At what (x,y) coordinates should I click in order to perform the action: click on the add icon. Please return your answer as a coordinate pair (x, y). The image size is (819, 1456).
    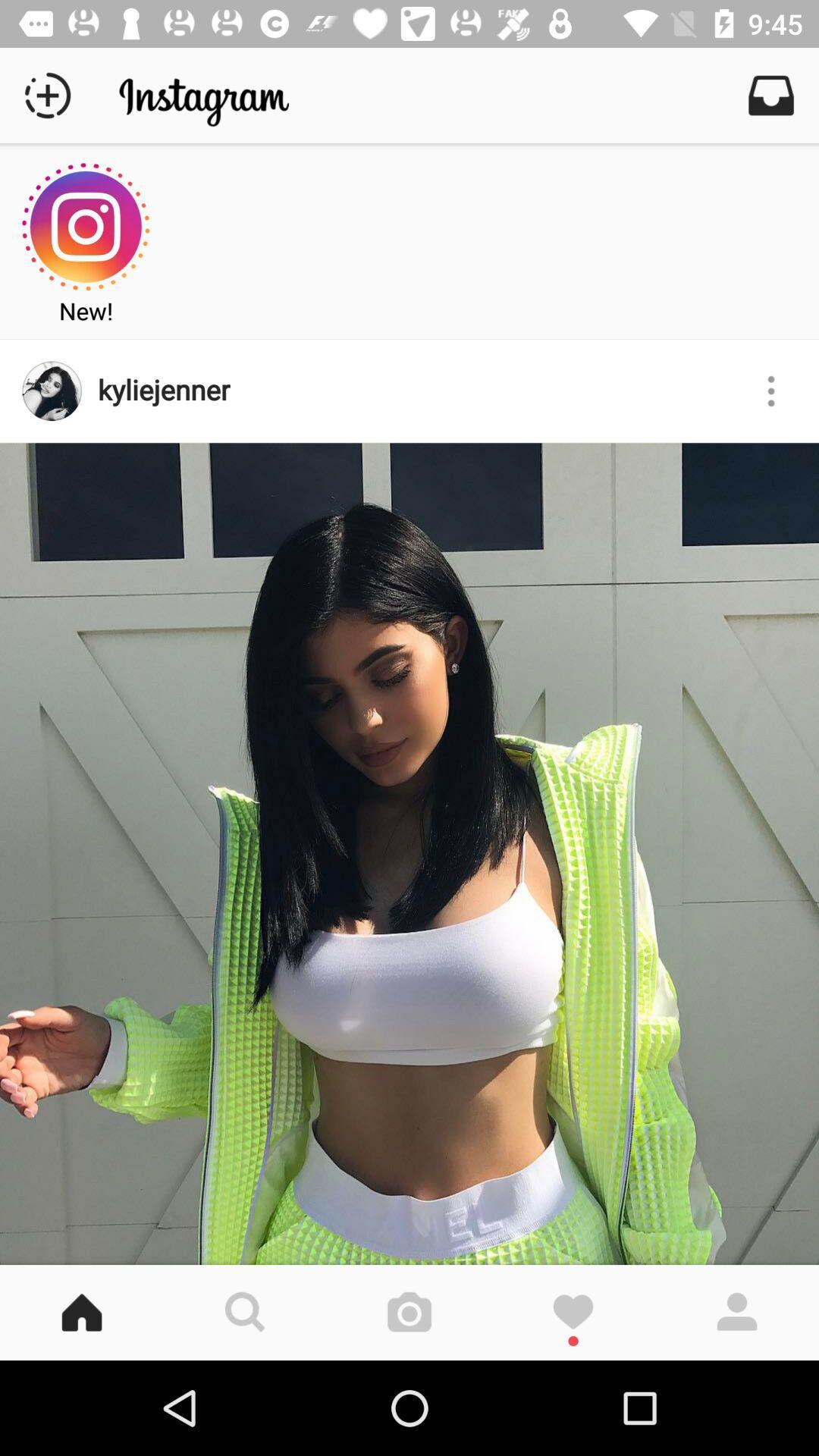
    Looking at the image, I should click on (46, 94).